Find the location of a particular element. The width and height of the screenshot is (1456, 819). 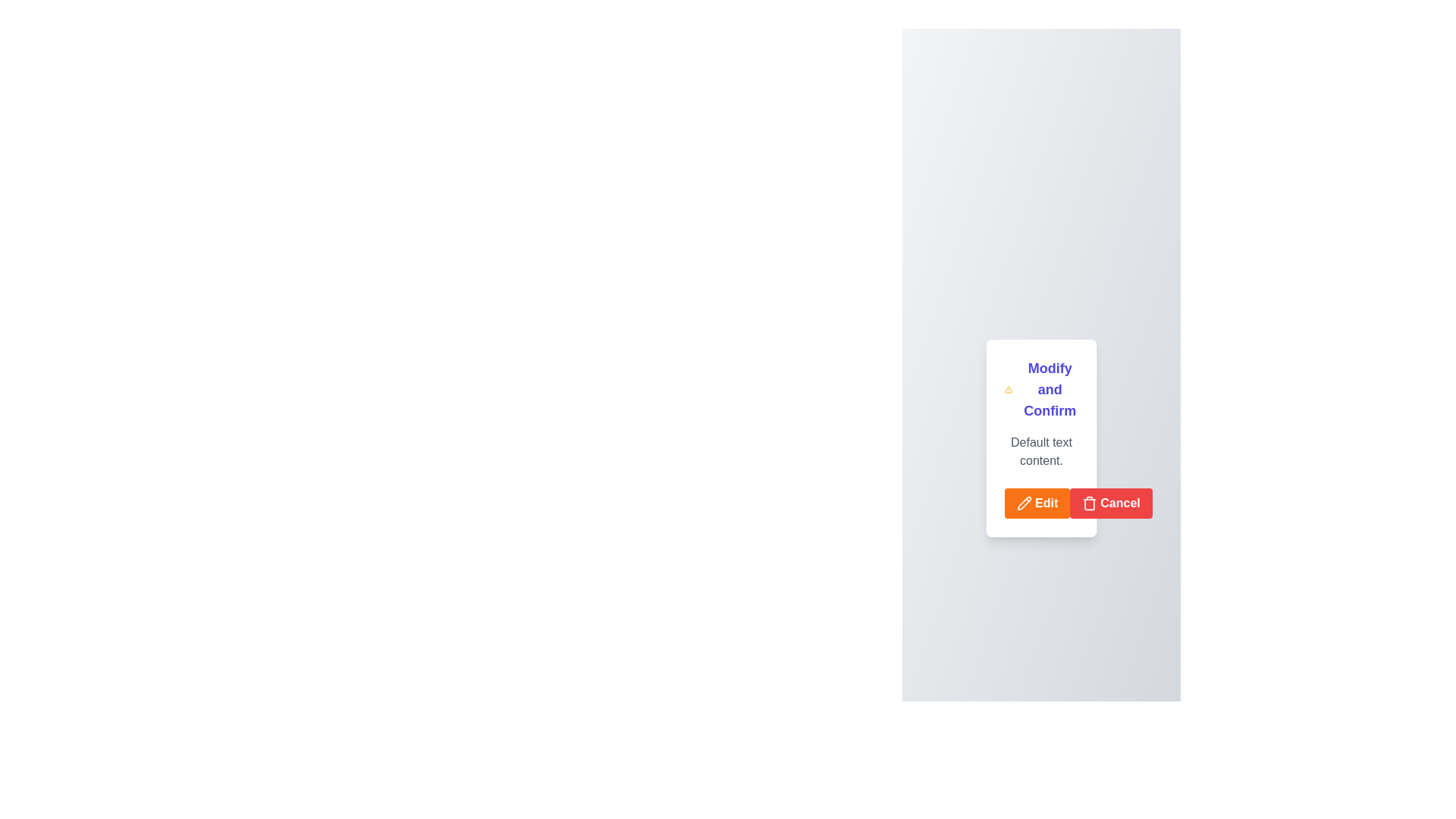

the rectangular orange button labeled 'Edit' with a pencil icon is located at coordinates (1037, 503).